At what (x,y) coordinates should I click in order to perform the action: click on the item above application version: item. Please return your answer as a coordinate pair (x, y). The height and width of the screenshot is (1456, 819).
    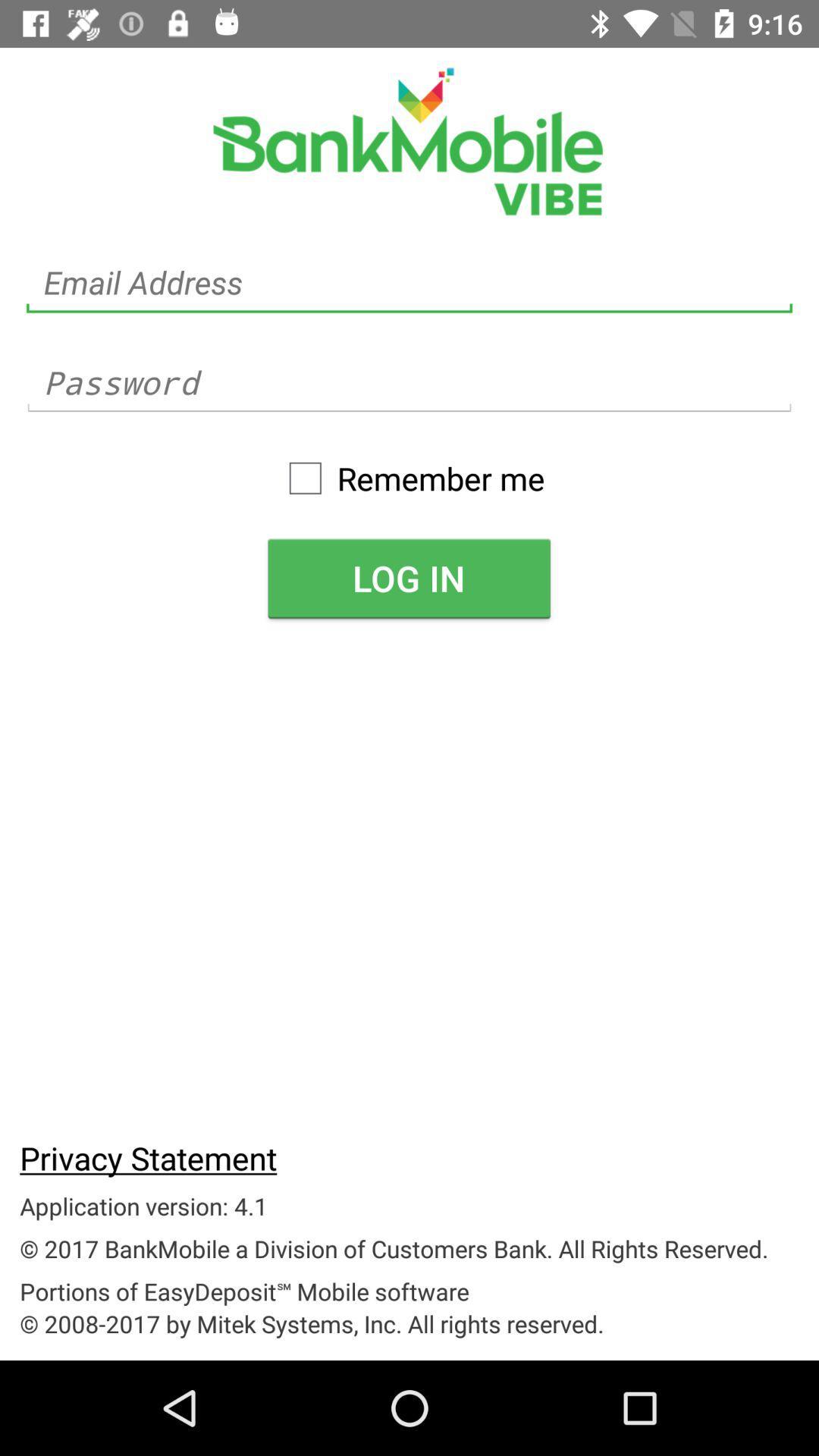
    Looking at the image, I should click on (148, 1156).